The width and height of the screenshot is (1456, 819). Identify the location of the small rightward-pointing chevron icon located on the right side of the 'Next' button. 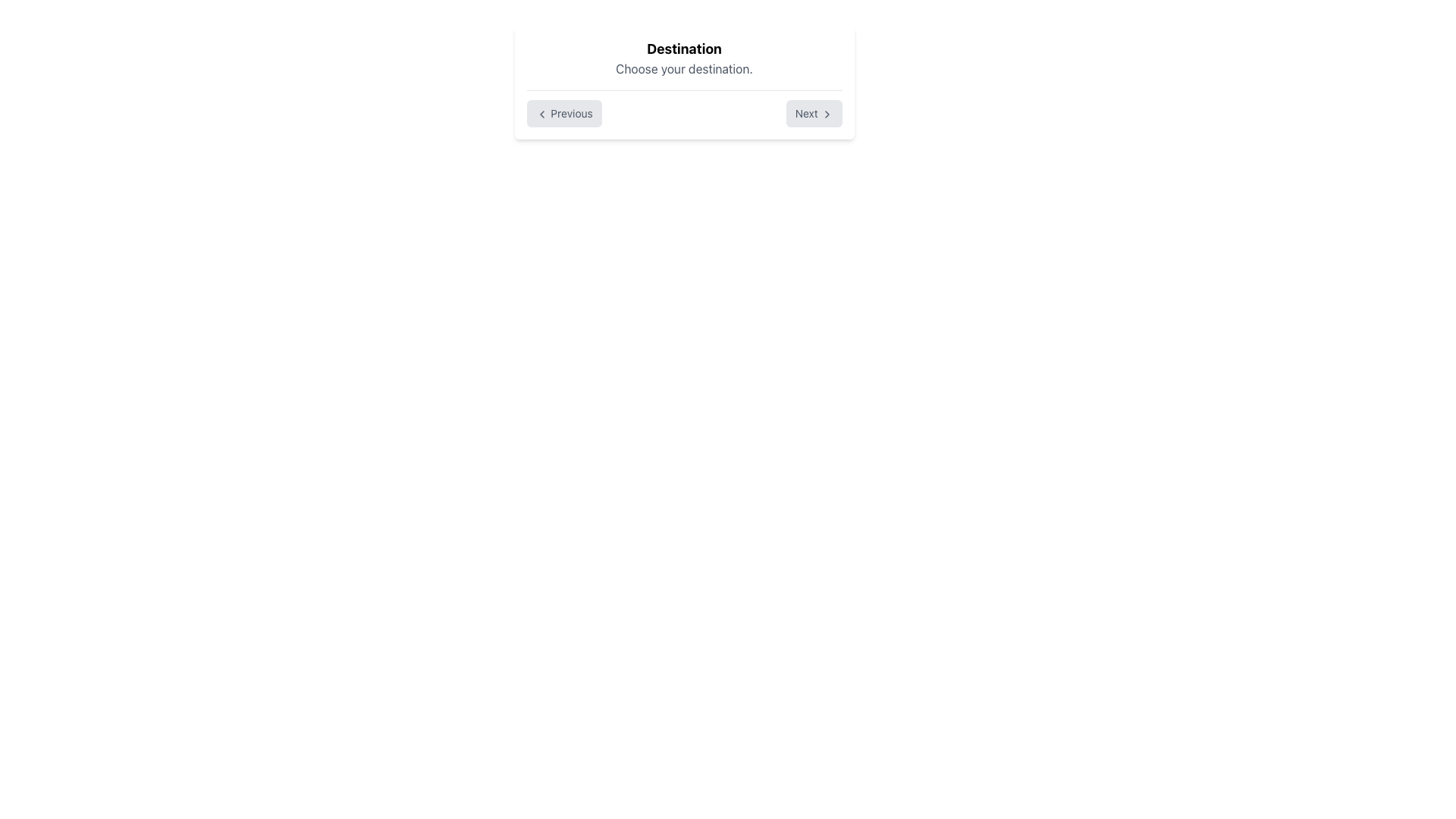
(826, 114).